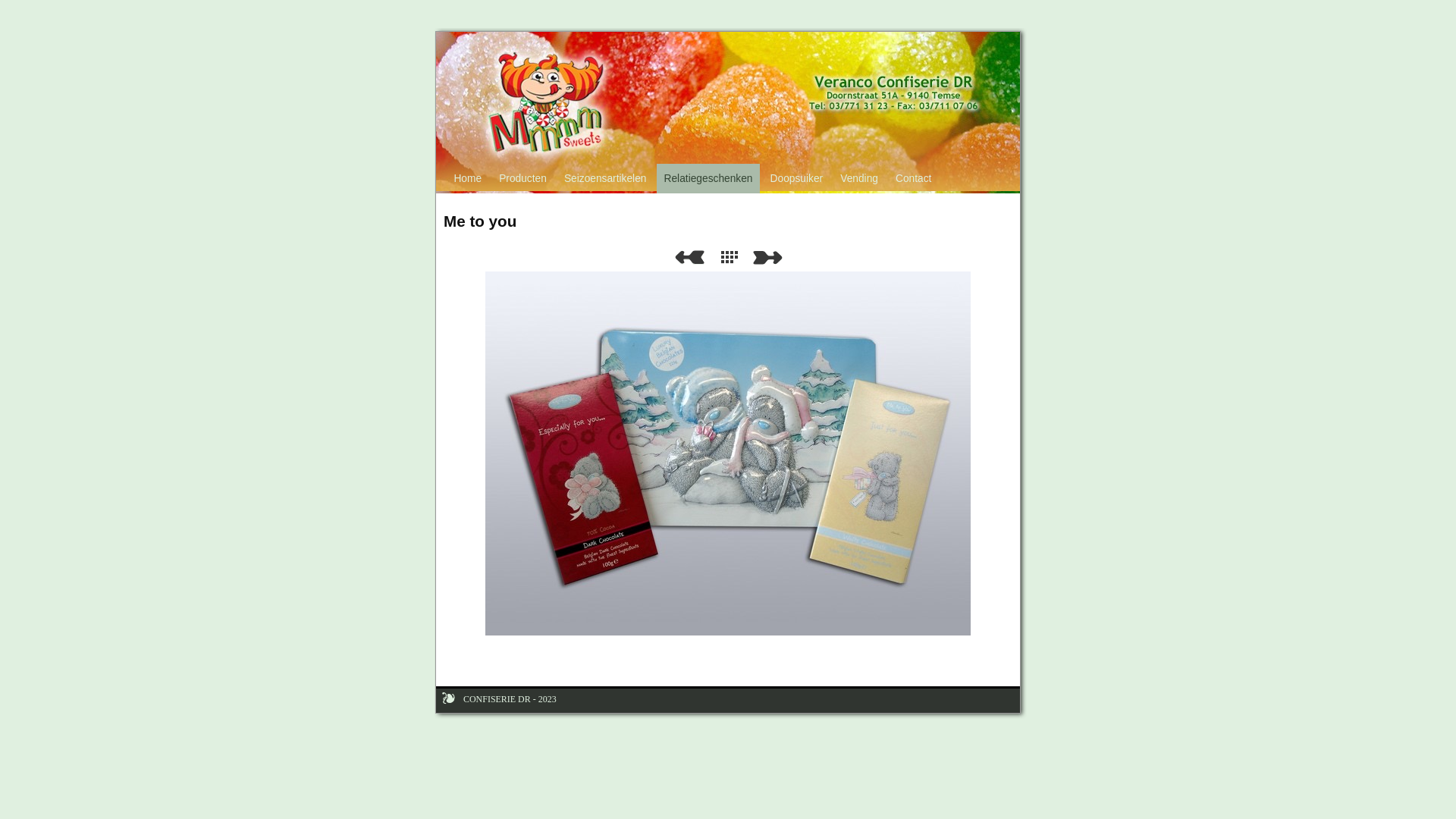  I want to click on 'Next', so click(753, 256).